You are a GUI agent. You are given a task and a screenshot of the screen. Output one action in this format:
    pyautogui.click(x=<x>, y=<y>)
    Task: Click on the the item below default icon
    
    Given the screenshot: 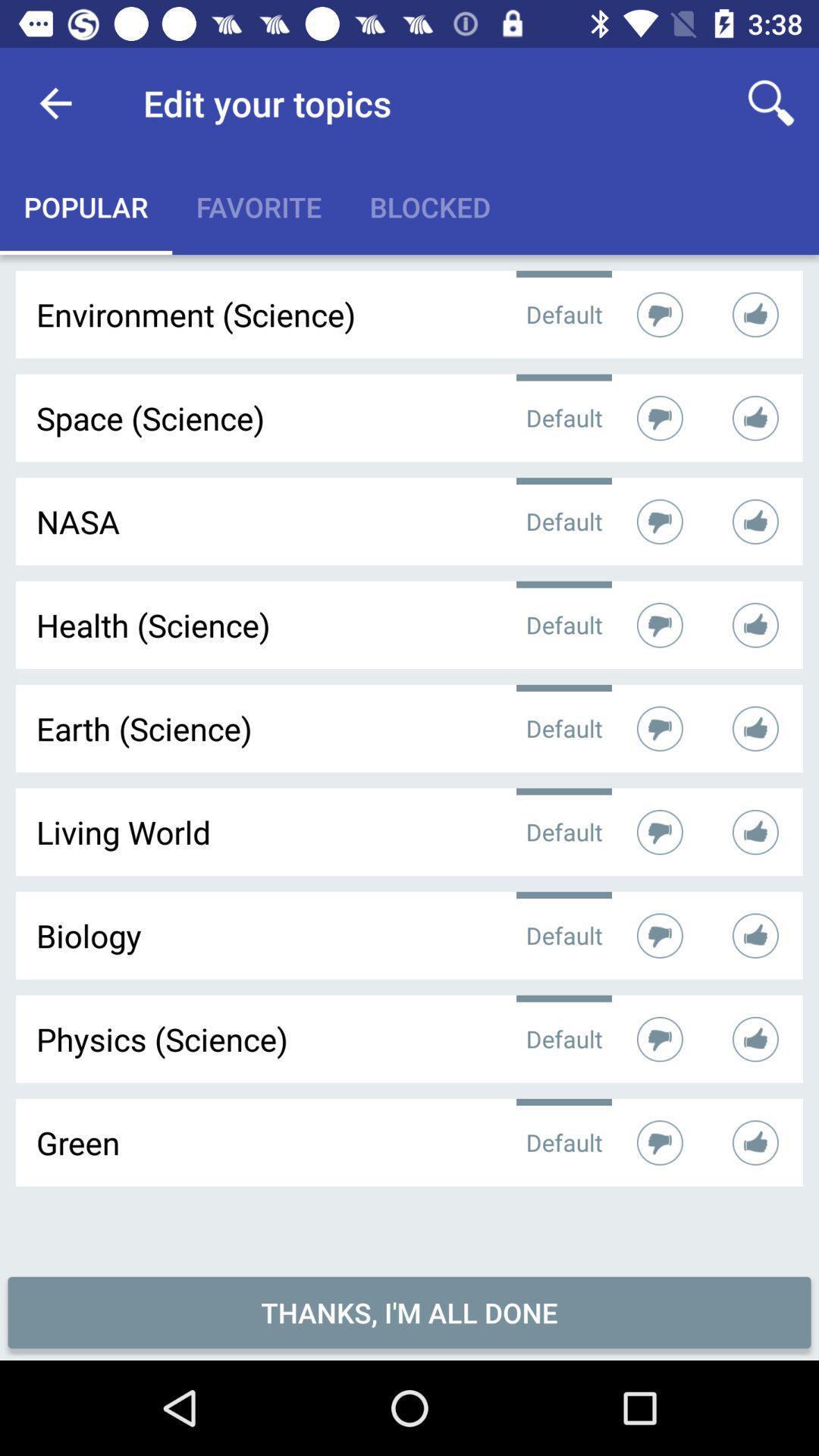 What is the action you would take?
    pyautogui.click(x=409, y=1312)
    